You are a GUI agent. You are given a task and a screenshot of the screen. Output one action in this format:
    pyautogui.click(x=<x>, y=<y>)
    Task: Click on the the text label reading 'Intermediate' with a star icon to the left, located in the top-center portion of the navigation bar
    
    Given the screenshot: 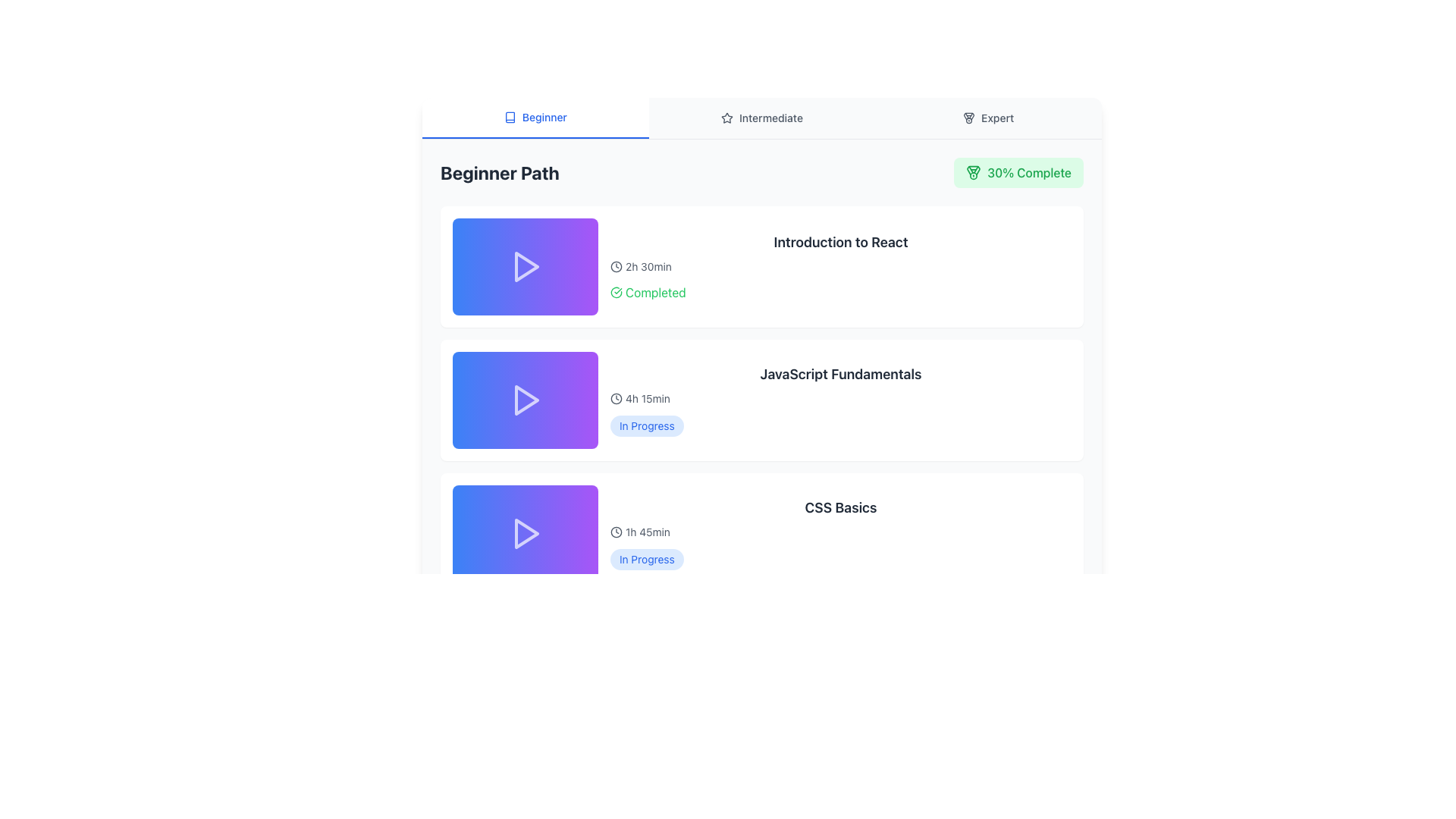 What is the action you would take?
    pyautogui.click(x=761, y=117)
    